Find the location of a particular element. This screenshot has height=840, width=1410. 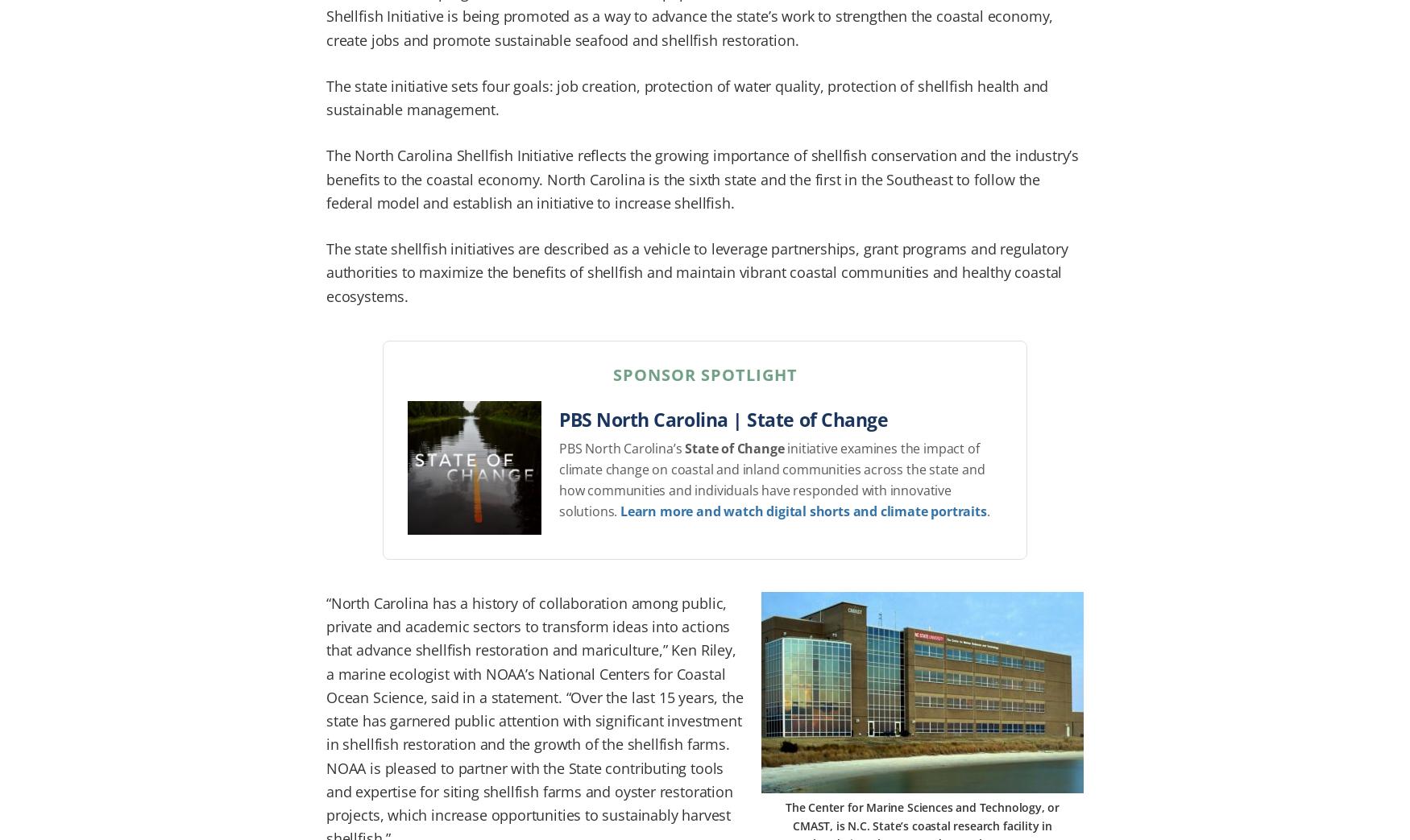

'State of Change' is located at coordinates (684, 448).